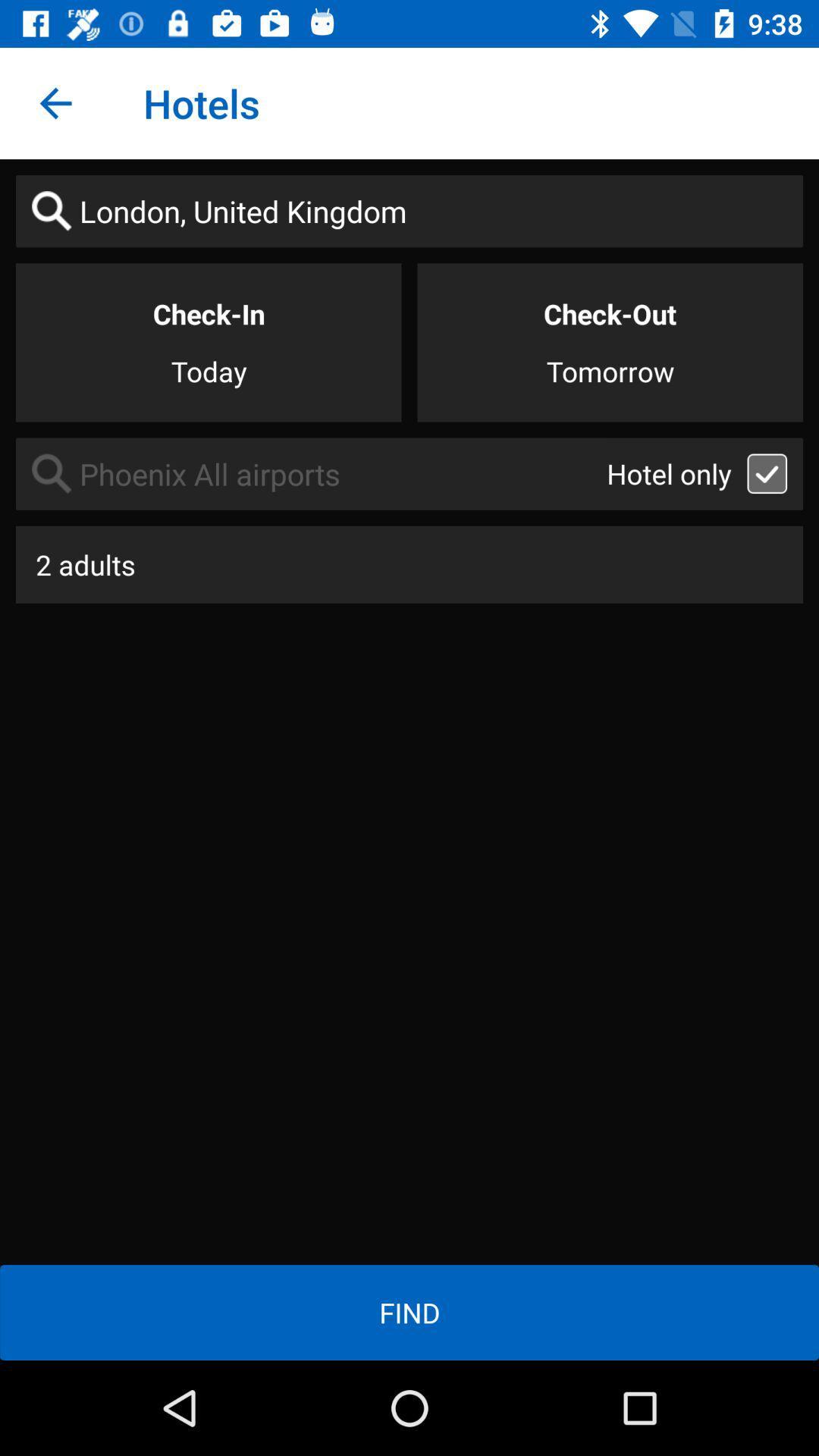  Describe the element at coordinates (409, 1312) in the screenshot. I see `icon below the 2 adults icon` at that location.